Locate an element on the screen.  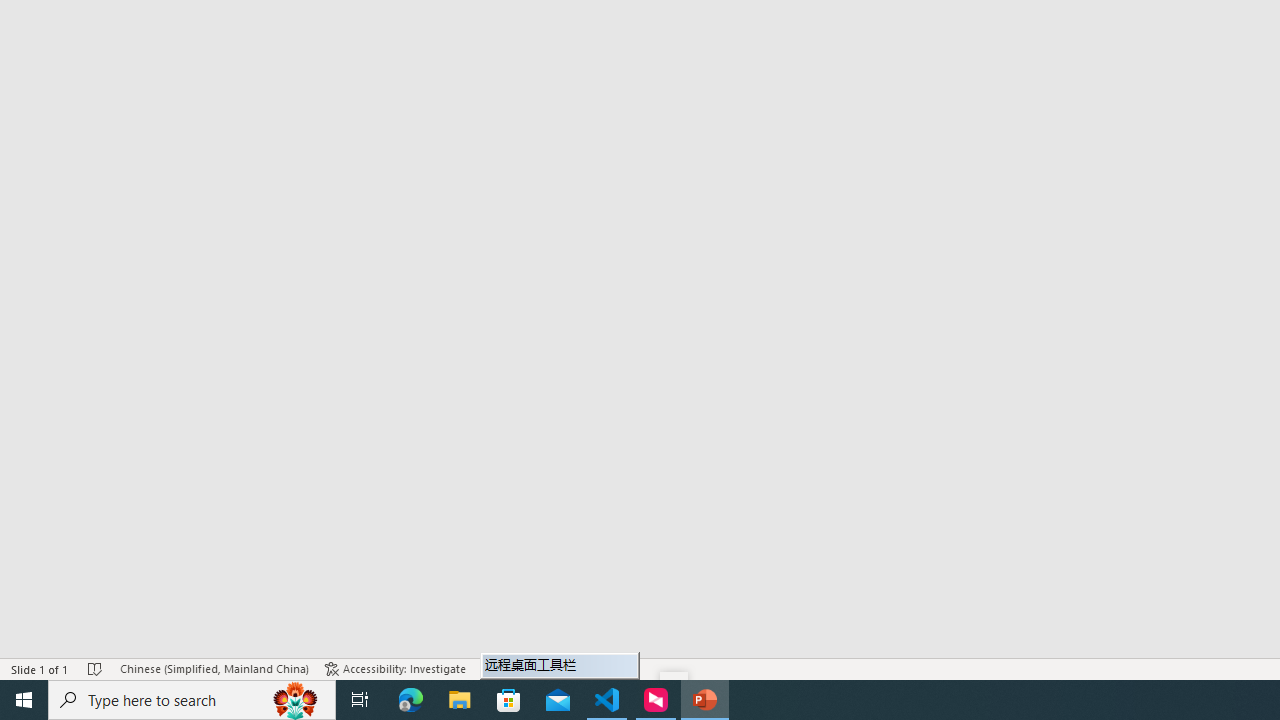
'Accessibility Checker Accessibility: Investigate' is located at coordinates (395, 669).